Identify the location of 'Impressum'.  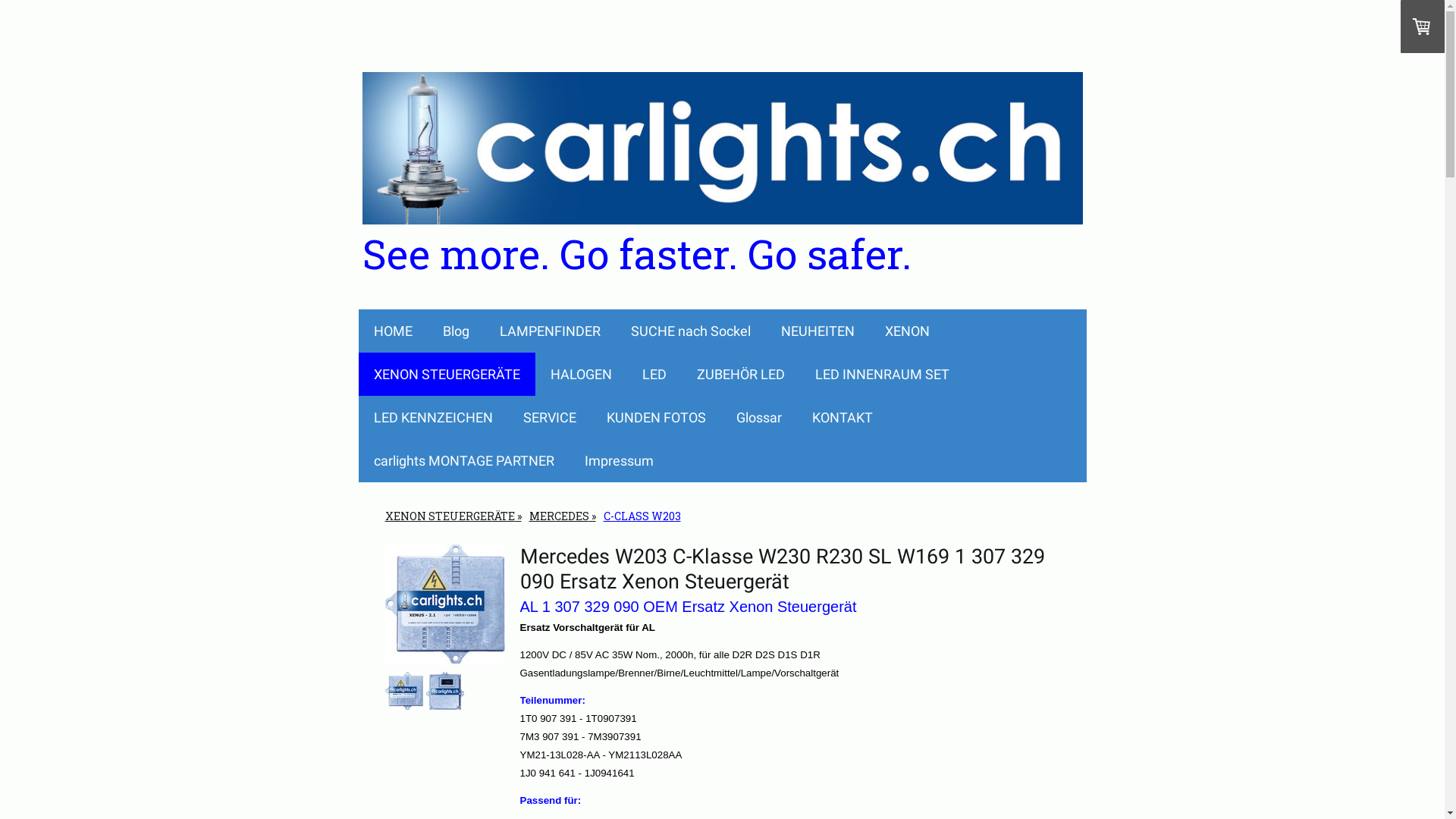
(618, 460).